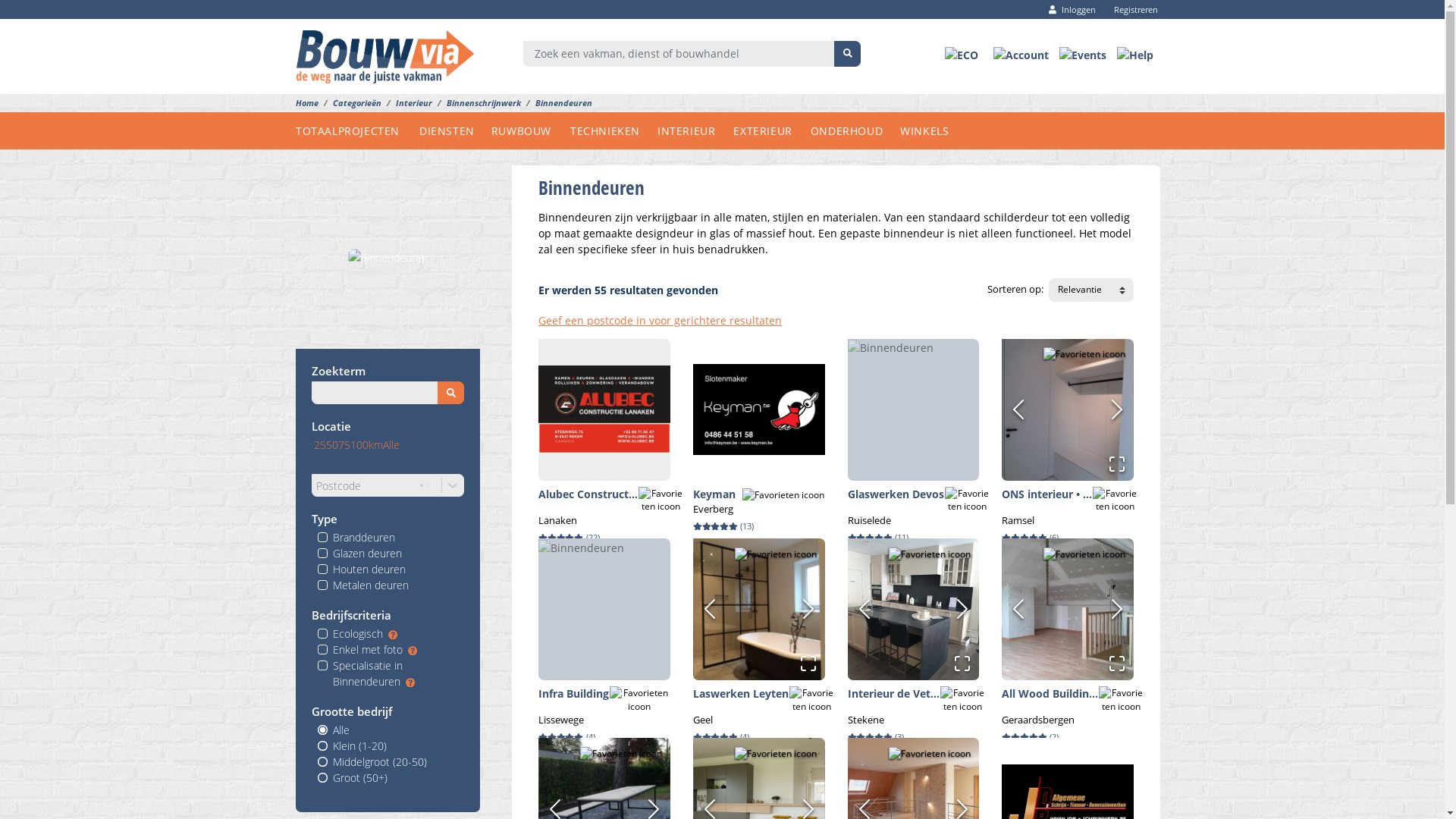 The width and height of the screenshot is (1456, 819). What do you see at coordinates (896, 494) in the screenshot?
I see `'Glaswerken Devos'` at bounding box center [896, 494].